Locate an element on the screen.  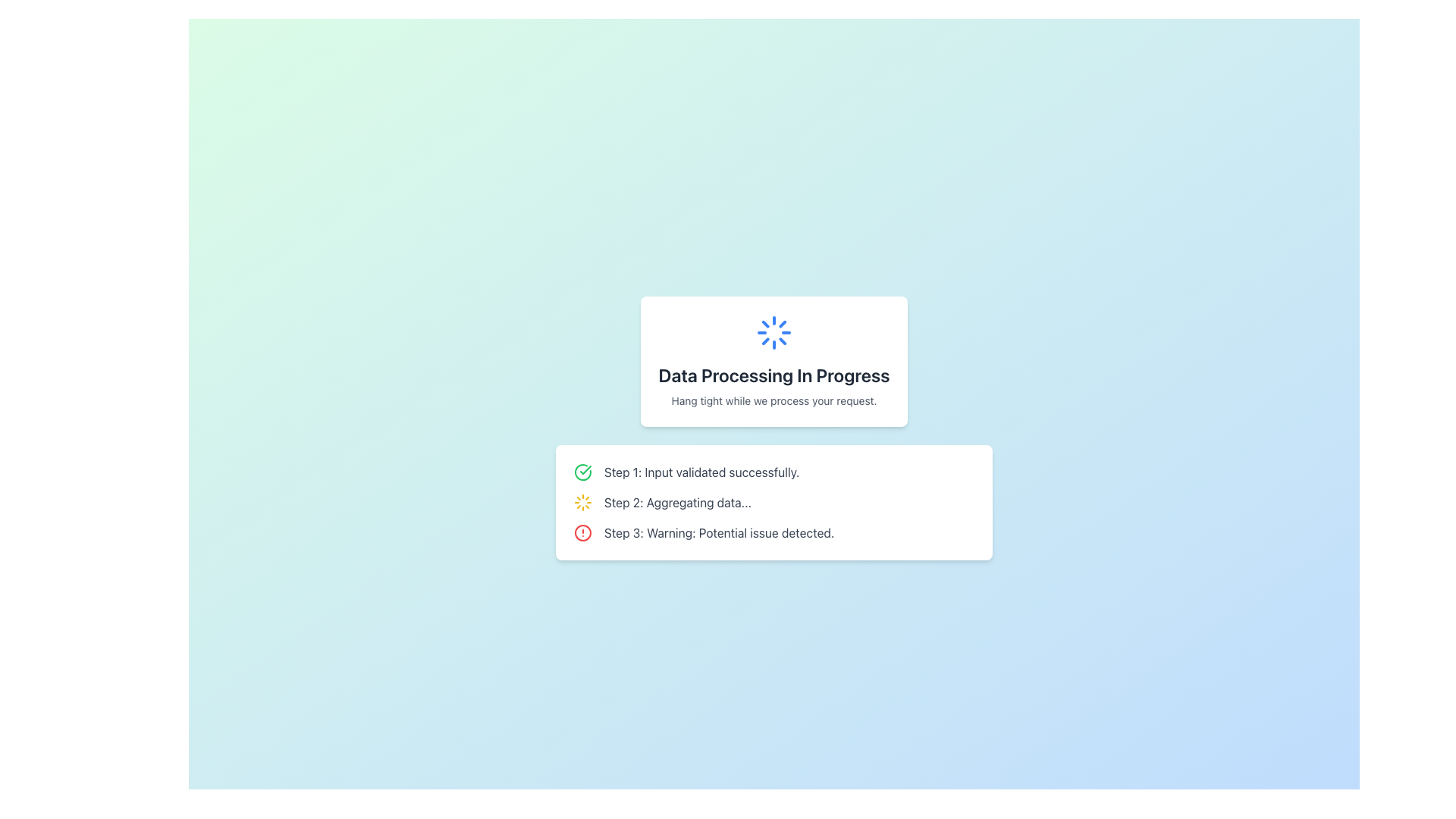
the text label reading 'Step 3: Warning: Potential issue detected.', which is styled with a bold font and is colored red, indicating a warning in the task status sequence is located at coordinates (718, 532).